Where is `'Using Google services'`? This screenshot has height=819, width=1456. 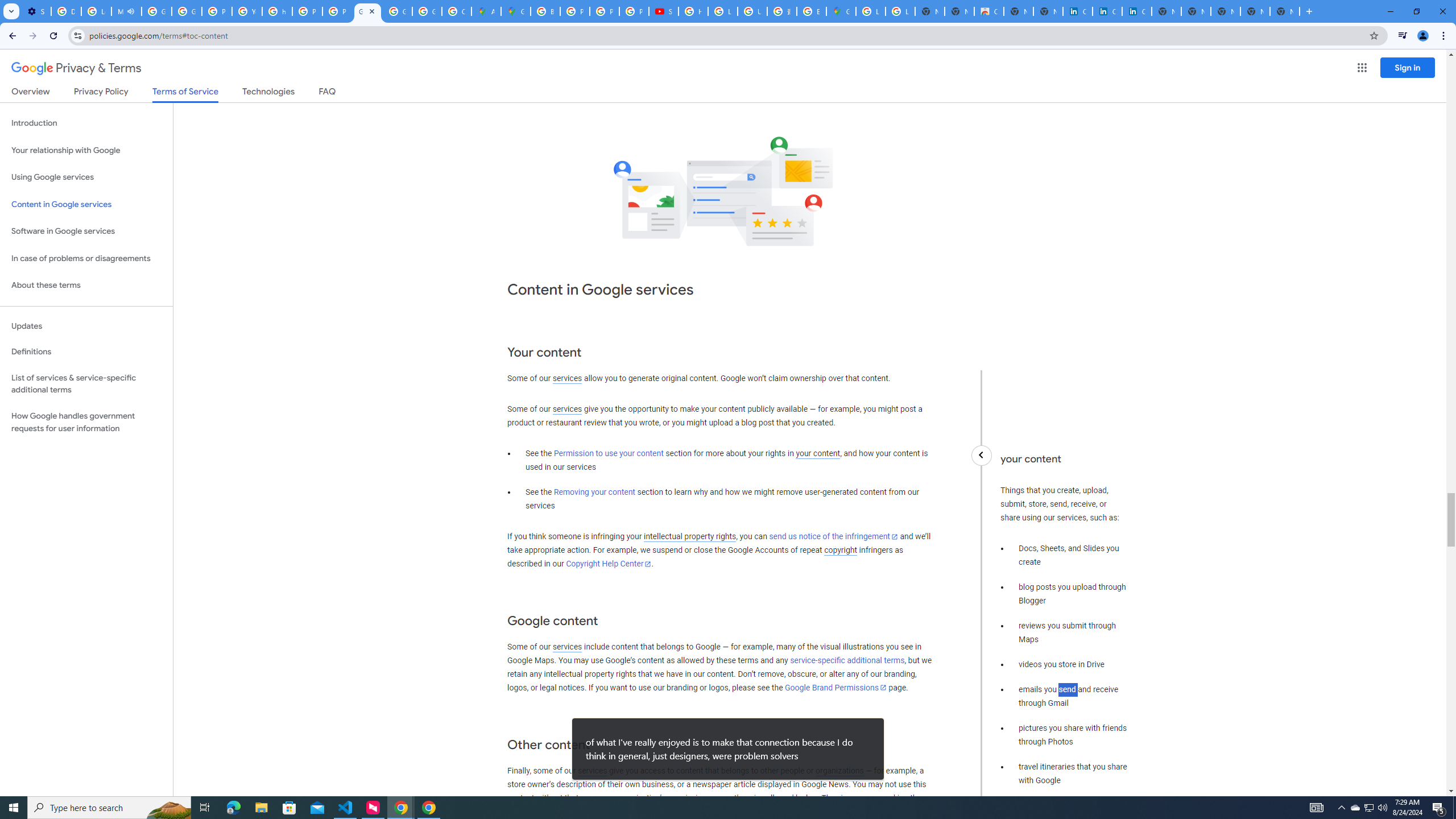
'Using Google services' is located at coordinates (86, 176).